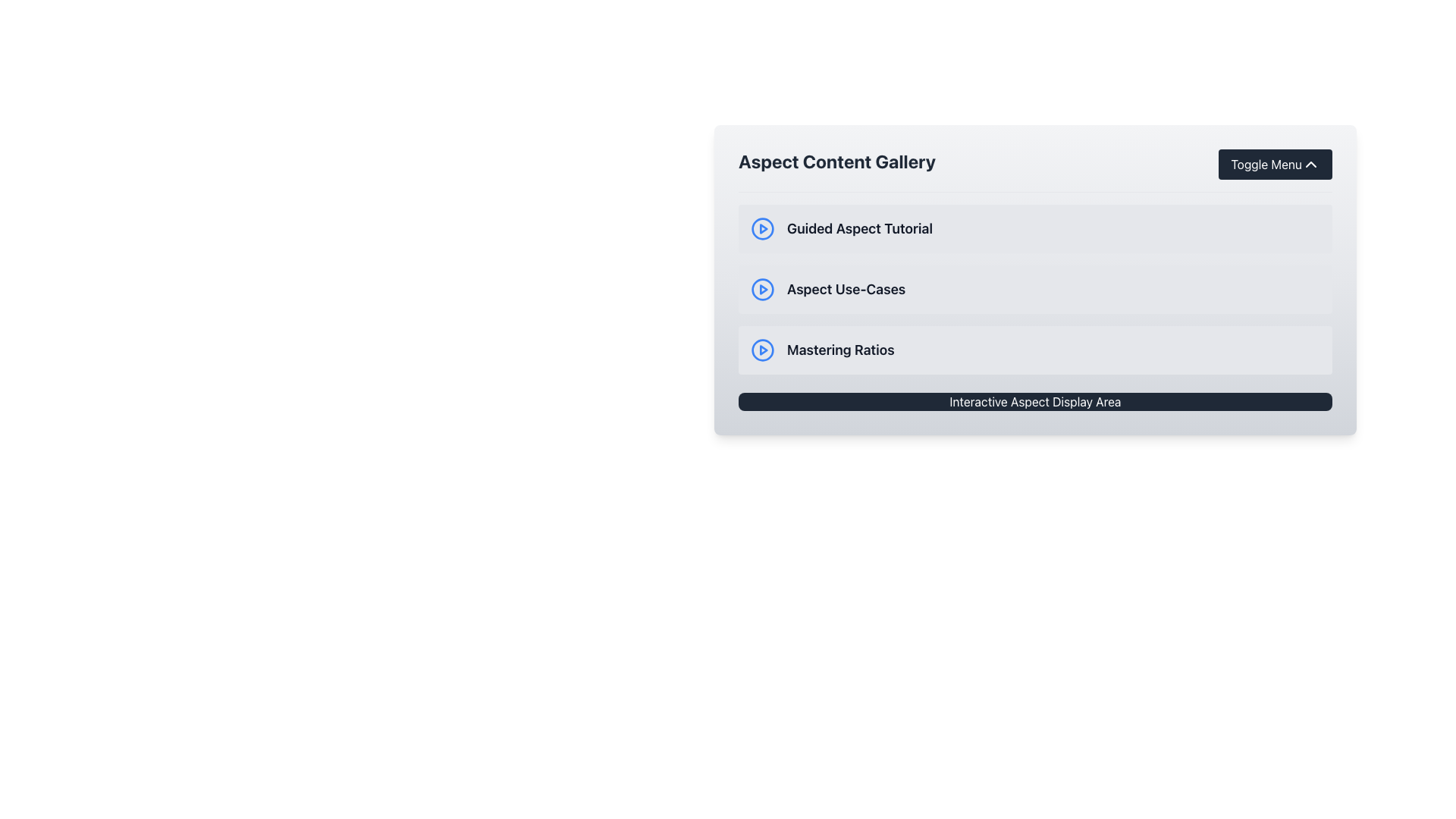  I want to click on blue arrow-shaped triangular SVG Icon indicating play functionality, located adjacent to the 'Guided Aspect Tutorial' text, so click(764, 228).